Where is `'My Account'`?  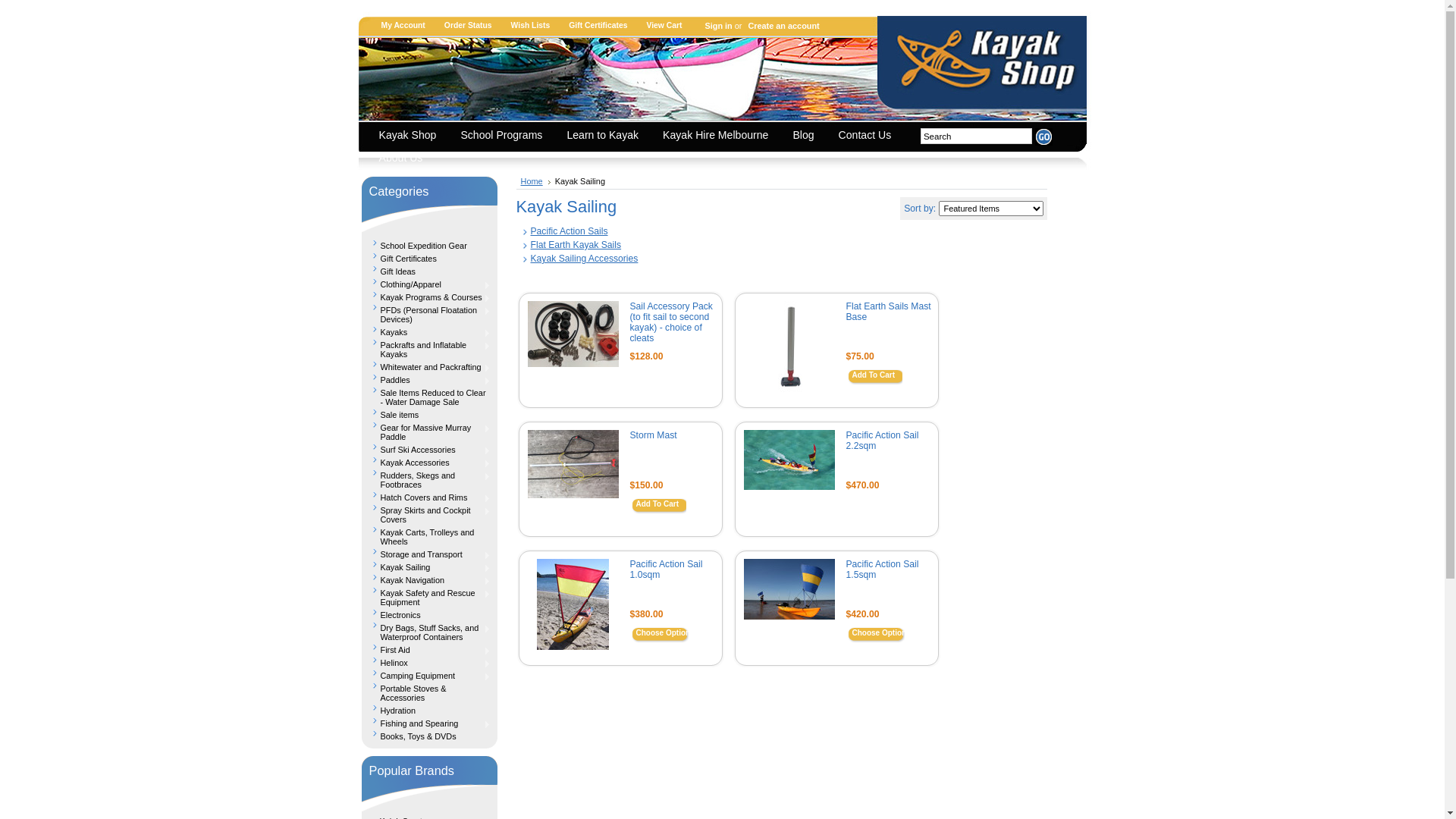
'My Account' is located at coordinates (409, 25).